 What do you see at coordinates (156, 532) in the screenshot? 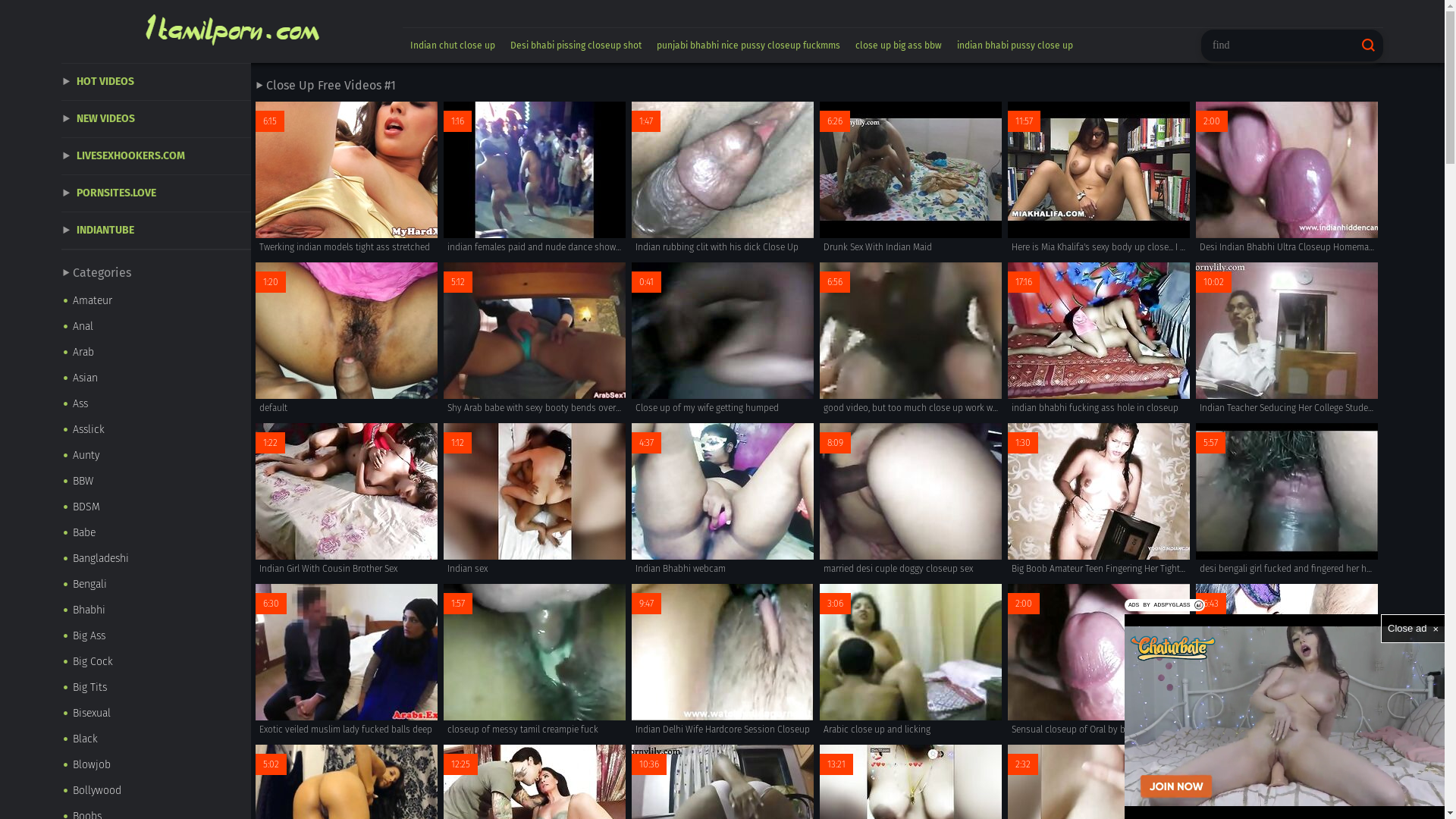
I see `'Babe'` at bounding box center [156, 532].